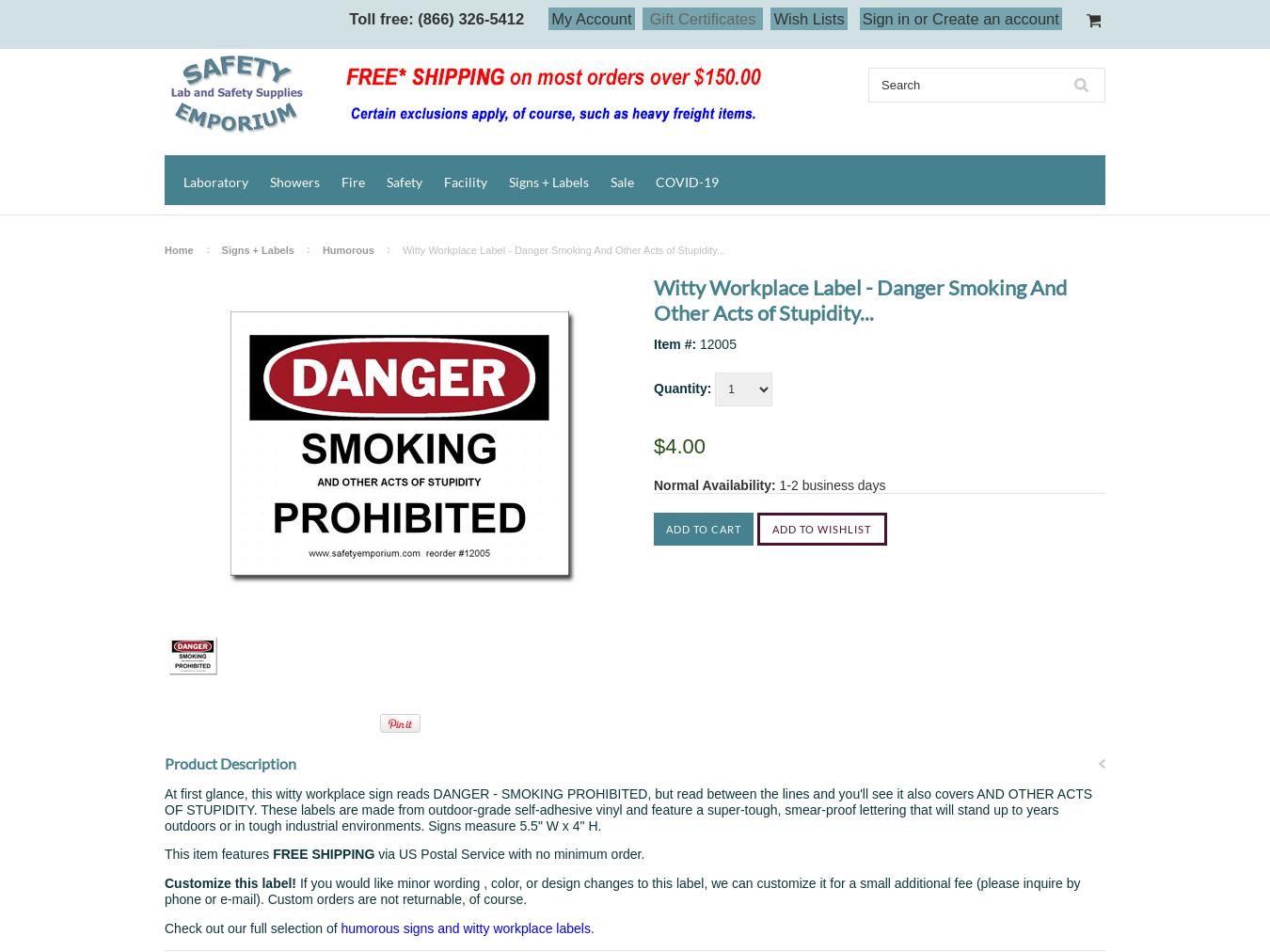 This screenshot has width=1270, height=952. I want to click on 'Facility', so click(465, 182).